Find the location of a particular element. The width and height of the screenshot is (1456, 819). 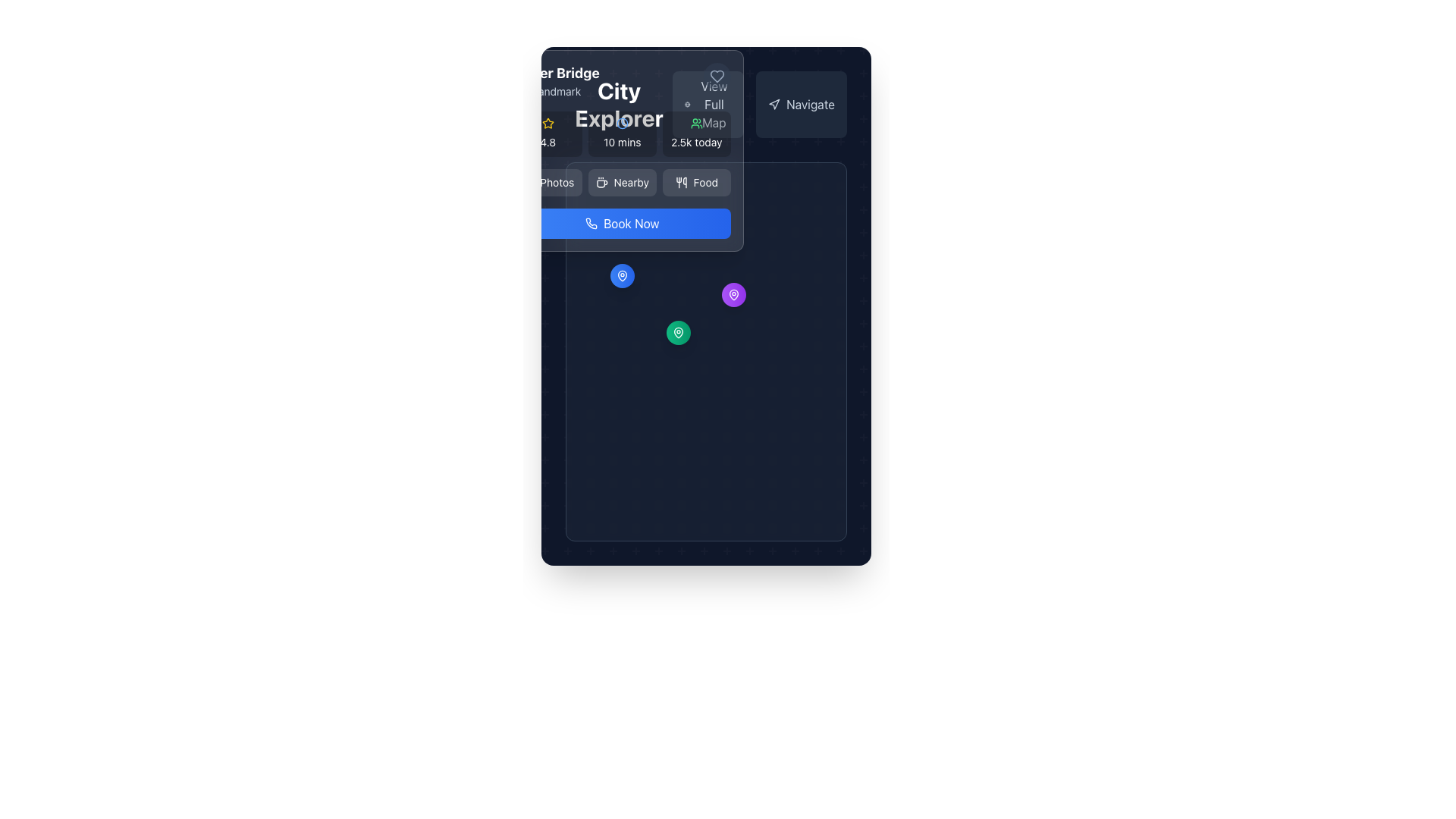

the text label within the booking button located in the lower-left quadrant of the dialog box is located at coordinates (631, 224).